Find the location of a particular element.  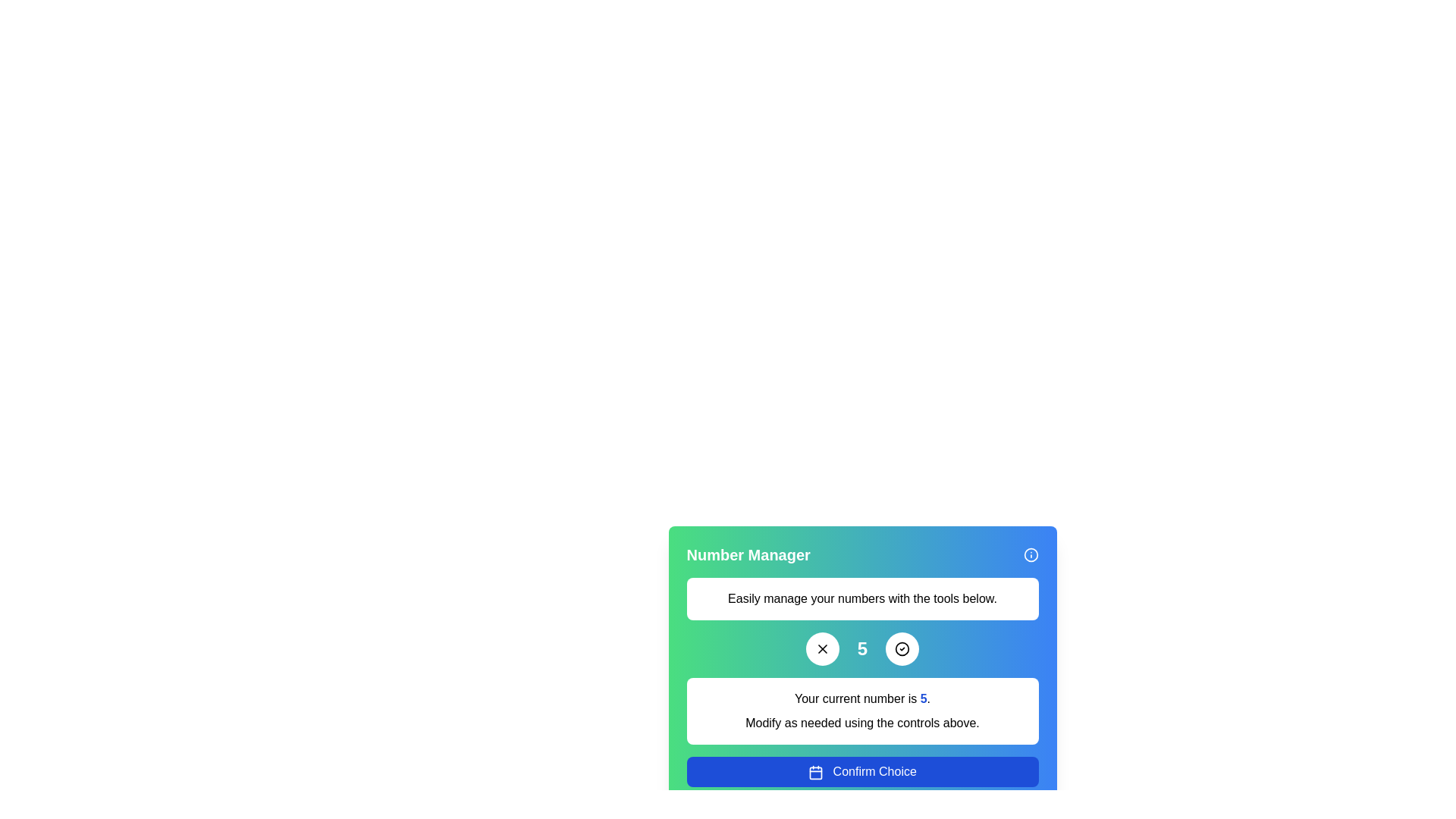

the close/reset button located to the left of the numeric input field labeled '5' to reset the numeric value is located at coordinates (821, 648).